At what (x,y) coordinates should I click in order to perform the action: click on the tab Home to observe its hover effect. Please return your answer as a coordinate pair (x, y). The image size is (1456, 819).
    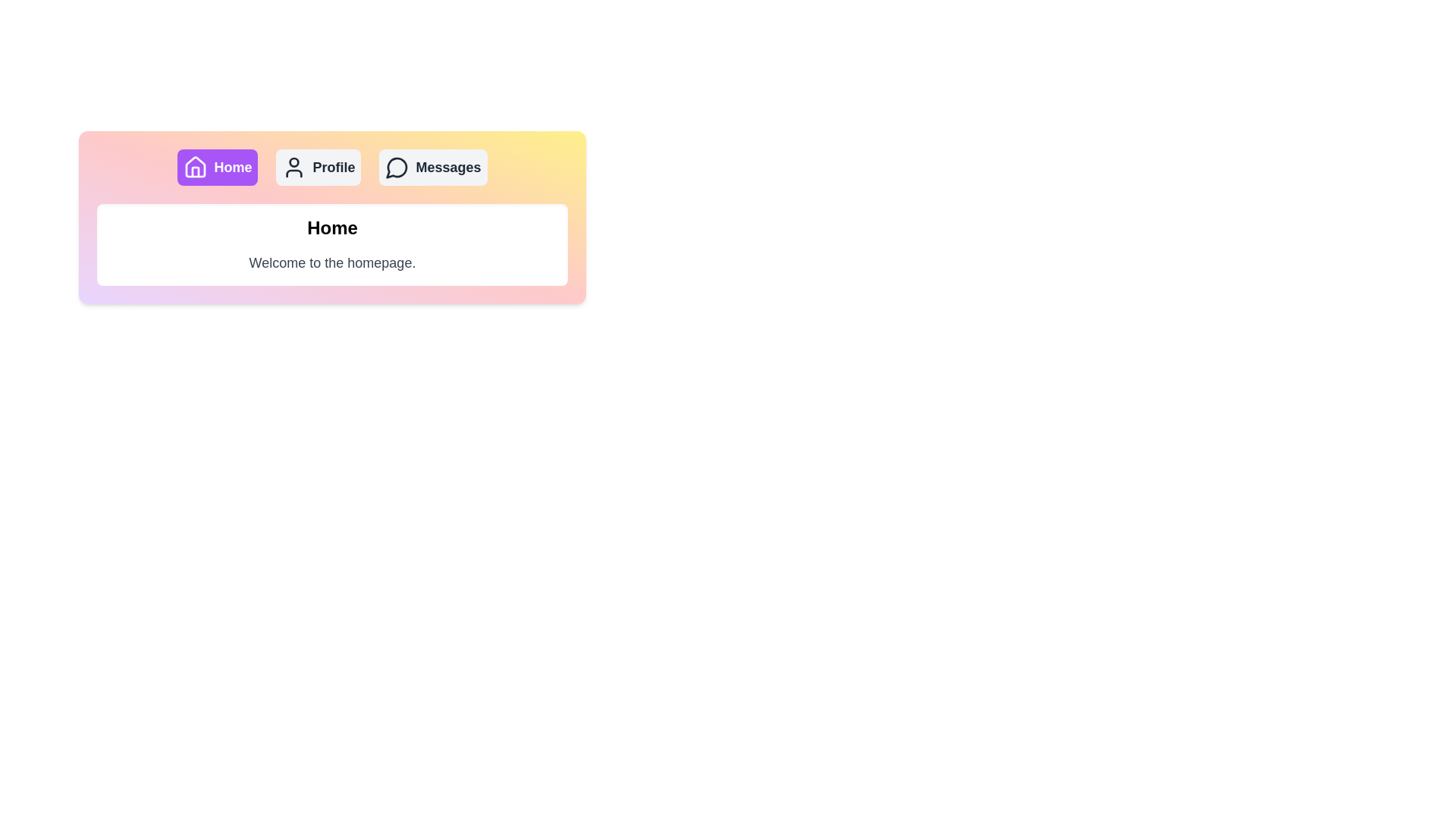
    Looking at the image, I should click on (217, 167).